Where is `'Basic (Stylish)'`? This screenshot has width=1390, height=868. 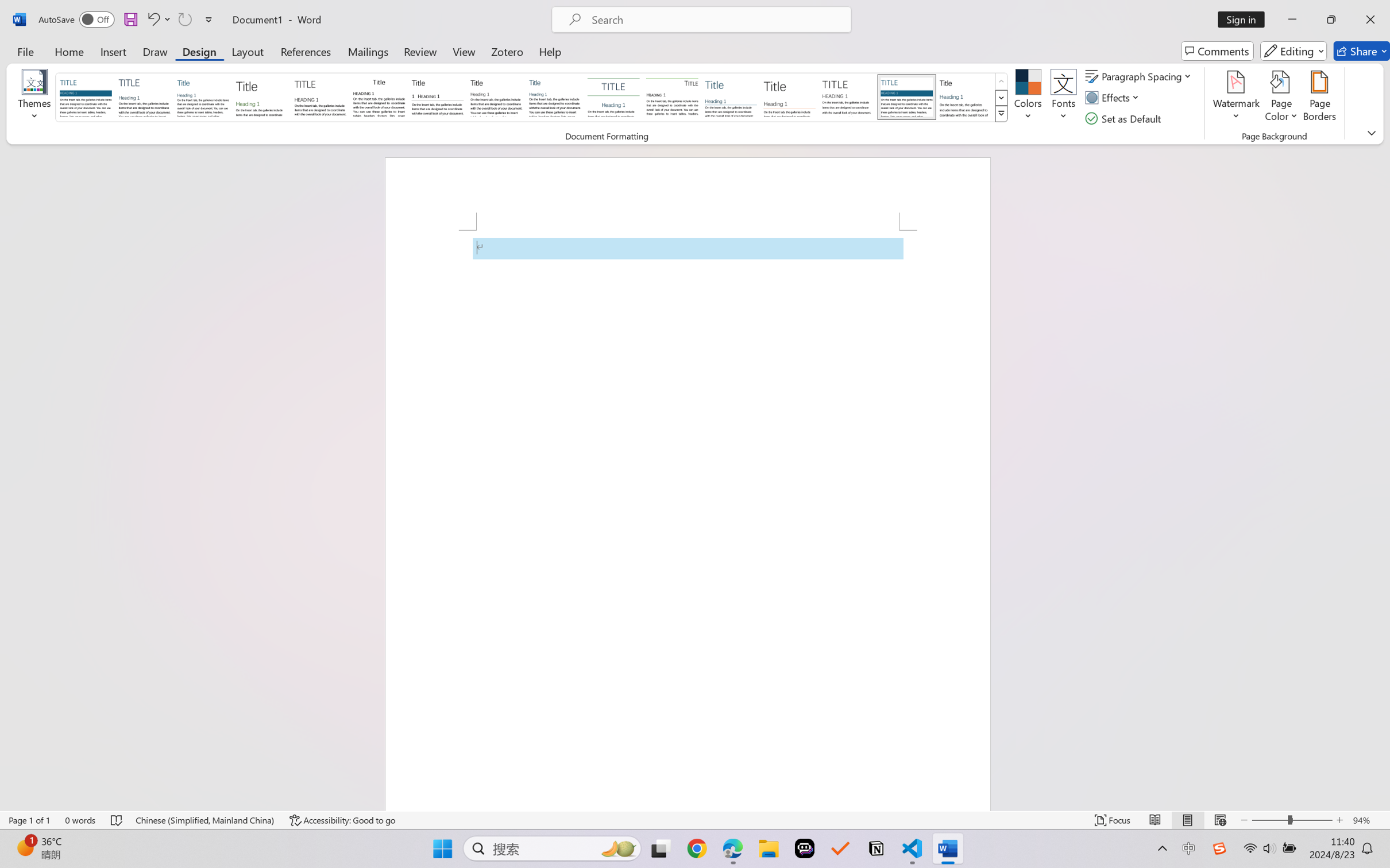 'Basic (Stylish)' is located at coordinates (261, 96).